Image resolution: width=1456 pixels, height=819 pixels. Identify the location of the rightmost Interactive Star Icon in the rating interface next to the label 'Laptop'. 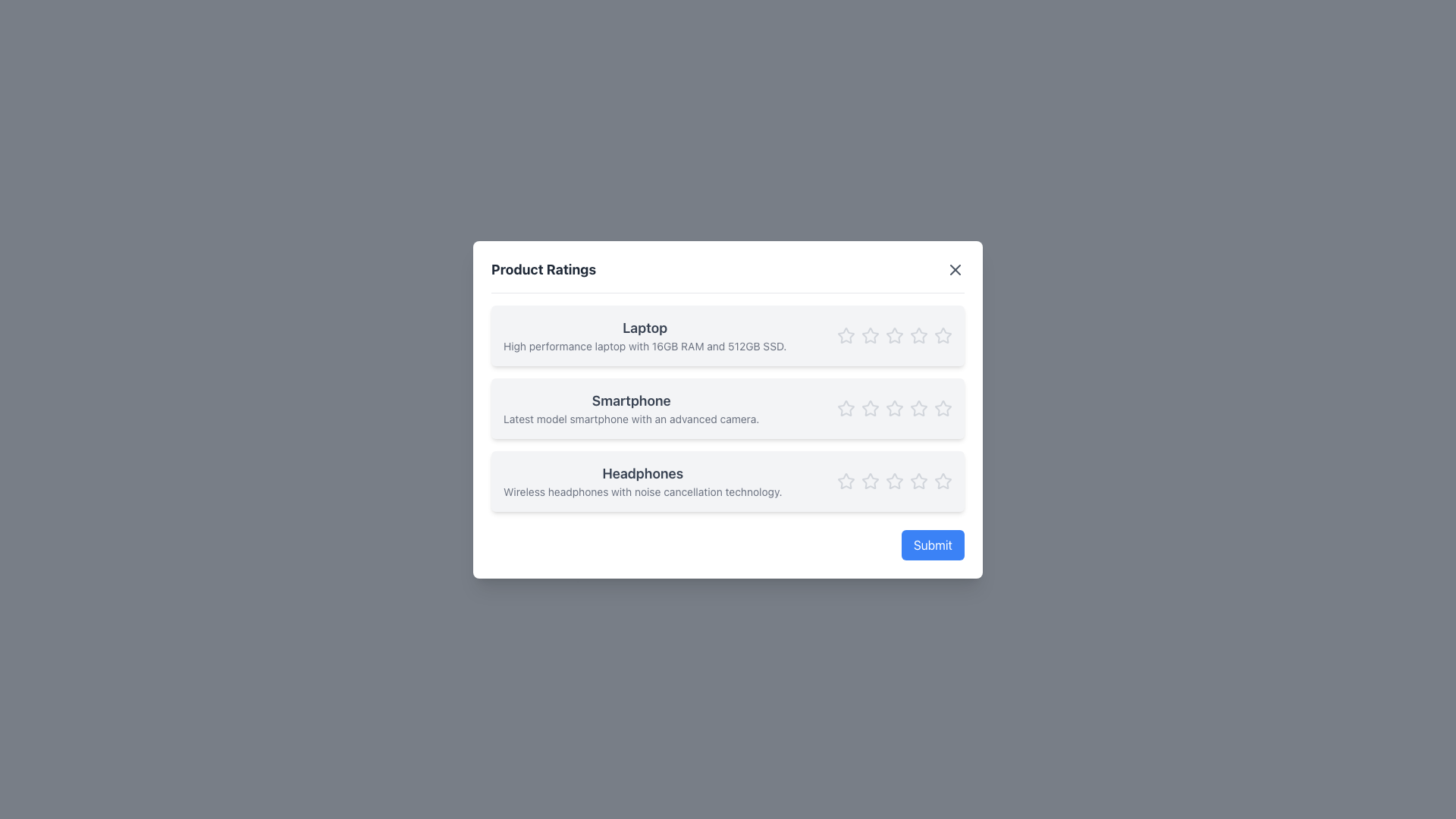
(942, 334).